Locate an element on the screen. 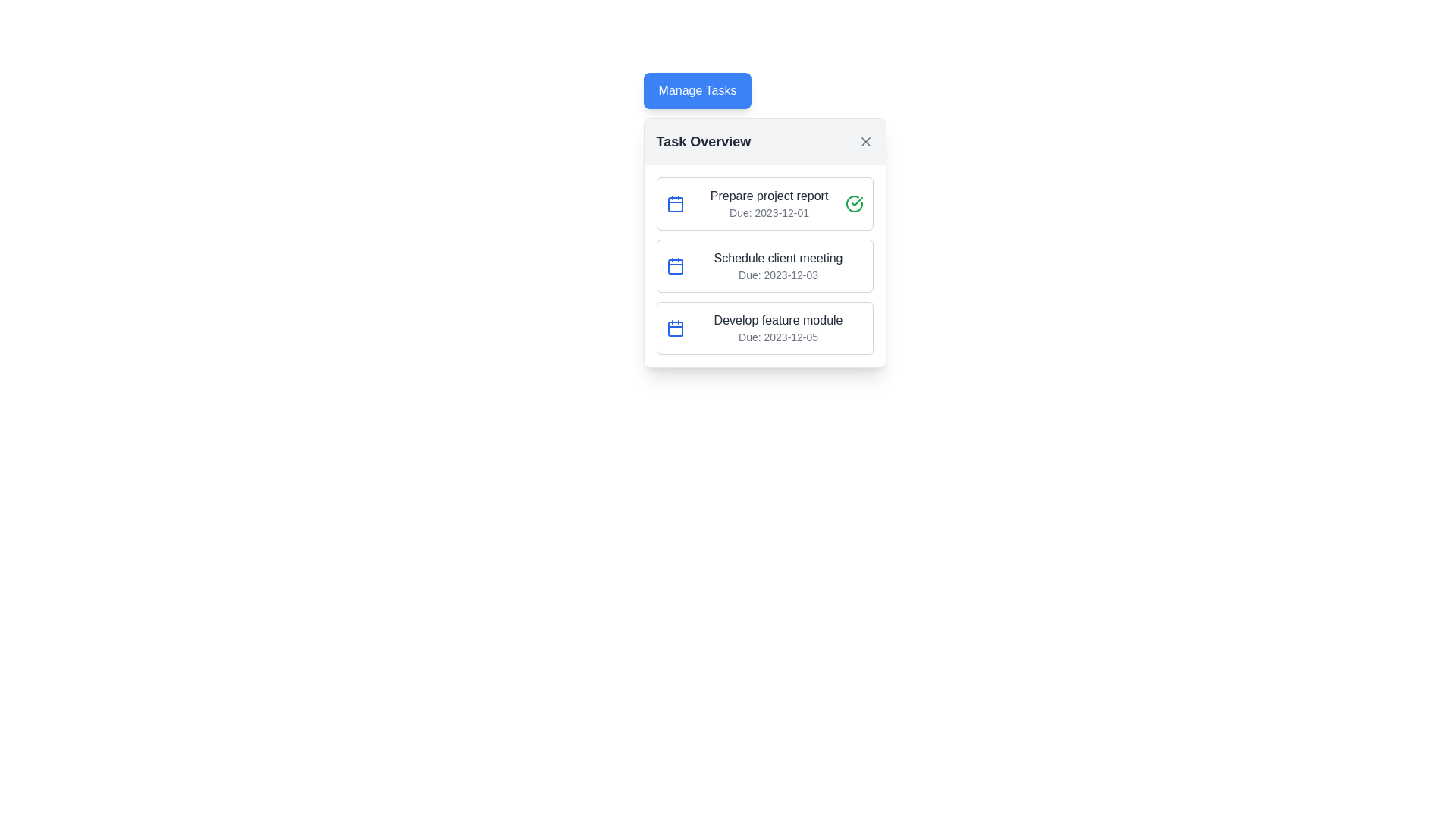 Image resolution: width=1456 pixels, height=819 pixels. due date value from the text label displaying 'Due: 2023-12-03', which is located below the title 'Schedule client meeting' in the second task entry of the 'Task Overview' card is located at coordinates (778, 275).